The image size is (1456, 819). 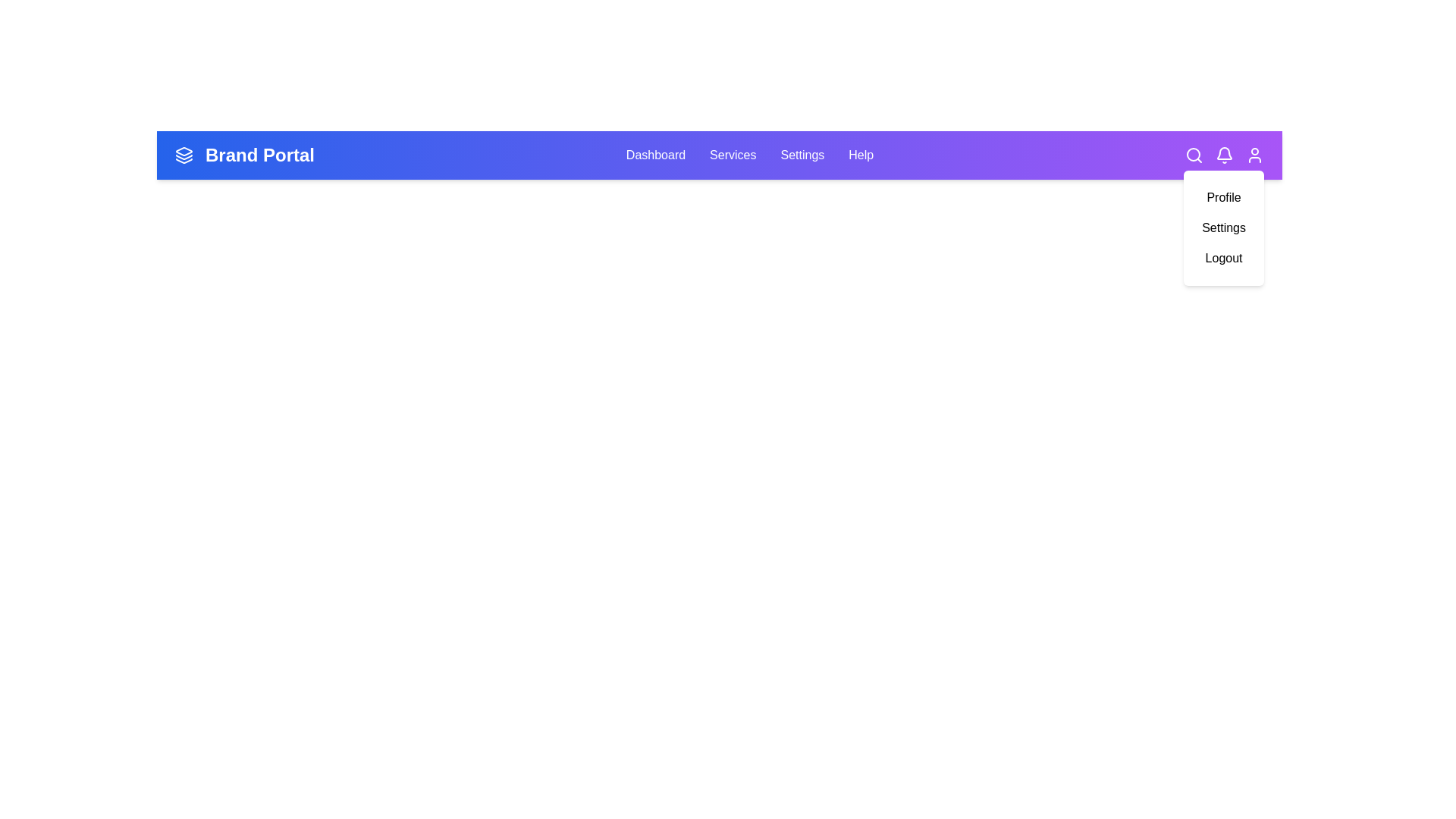 What do you see at coordinates (733, 155) in the screenshot?
I see `the 'Services' hyperlink, which is the second item in the horizontal navigation bar` at bounding box center [733, 155].